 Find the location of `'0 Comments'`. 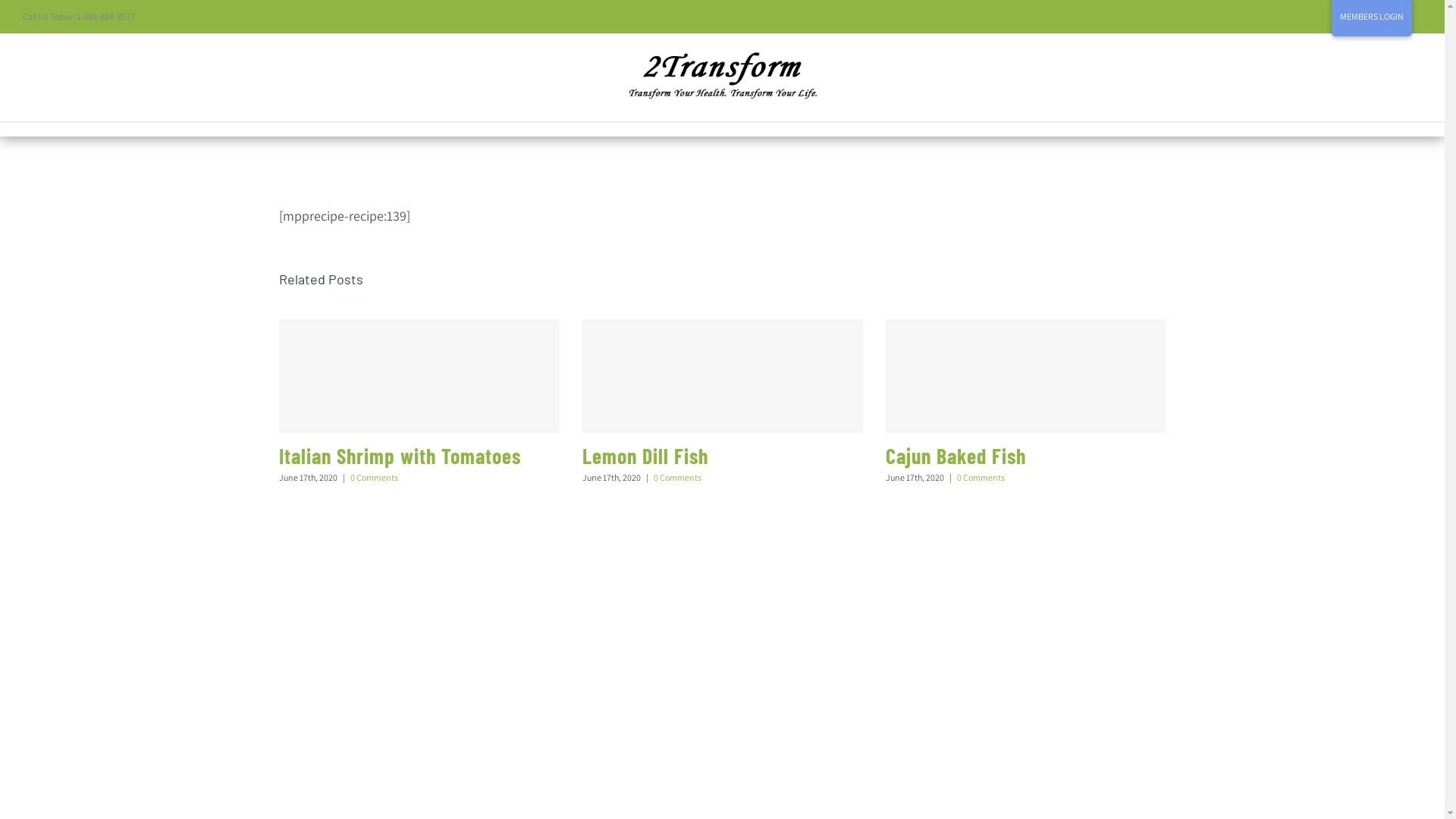

'0 Comments' is located at coordinates (654, 476).